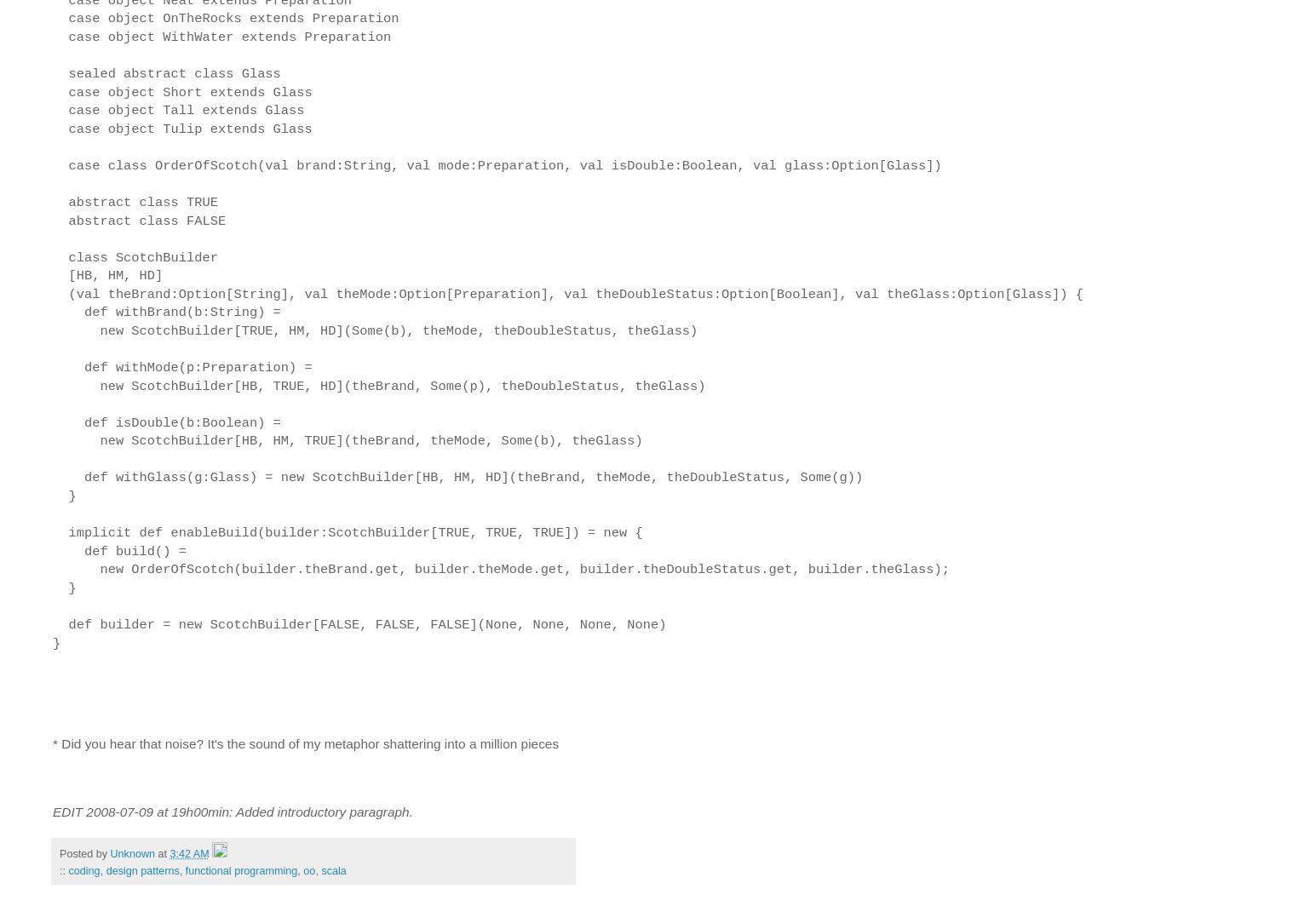  What do you see at coordinates (178, 111) in the screenshot?
I see `'case object Tall extends Glass'` at bounding box center [178, 111].